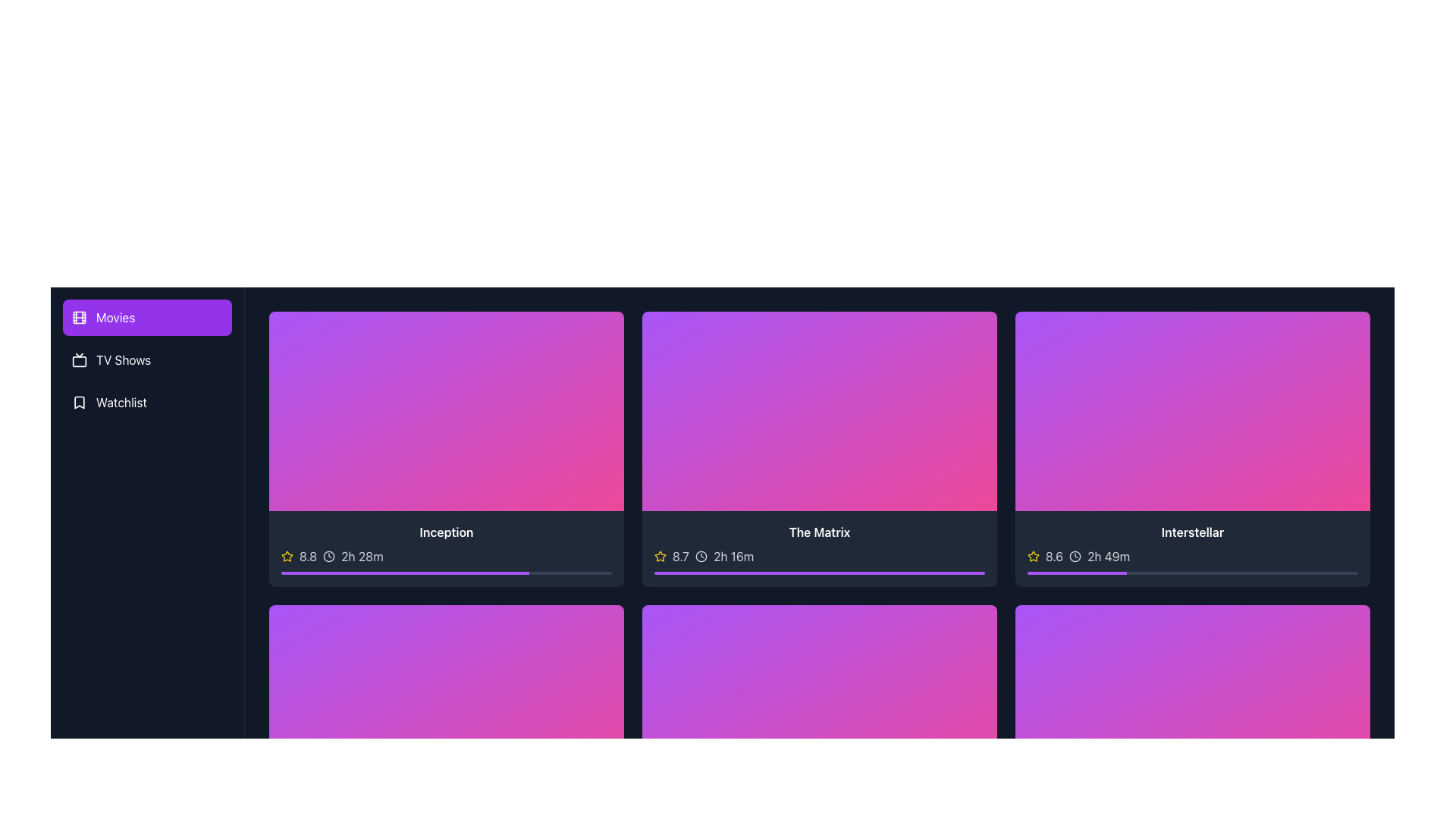  What do you see at coordinates (1075, 557) in the screenshot?
I see `the circular part of the clock icon` at bounding box center [1075, 557].